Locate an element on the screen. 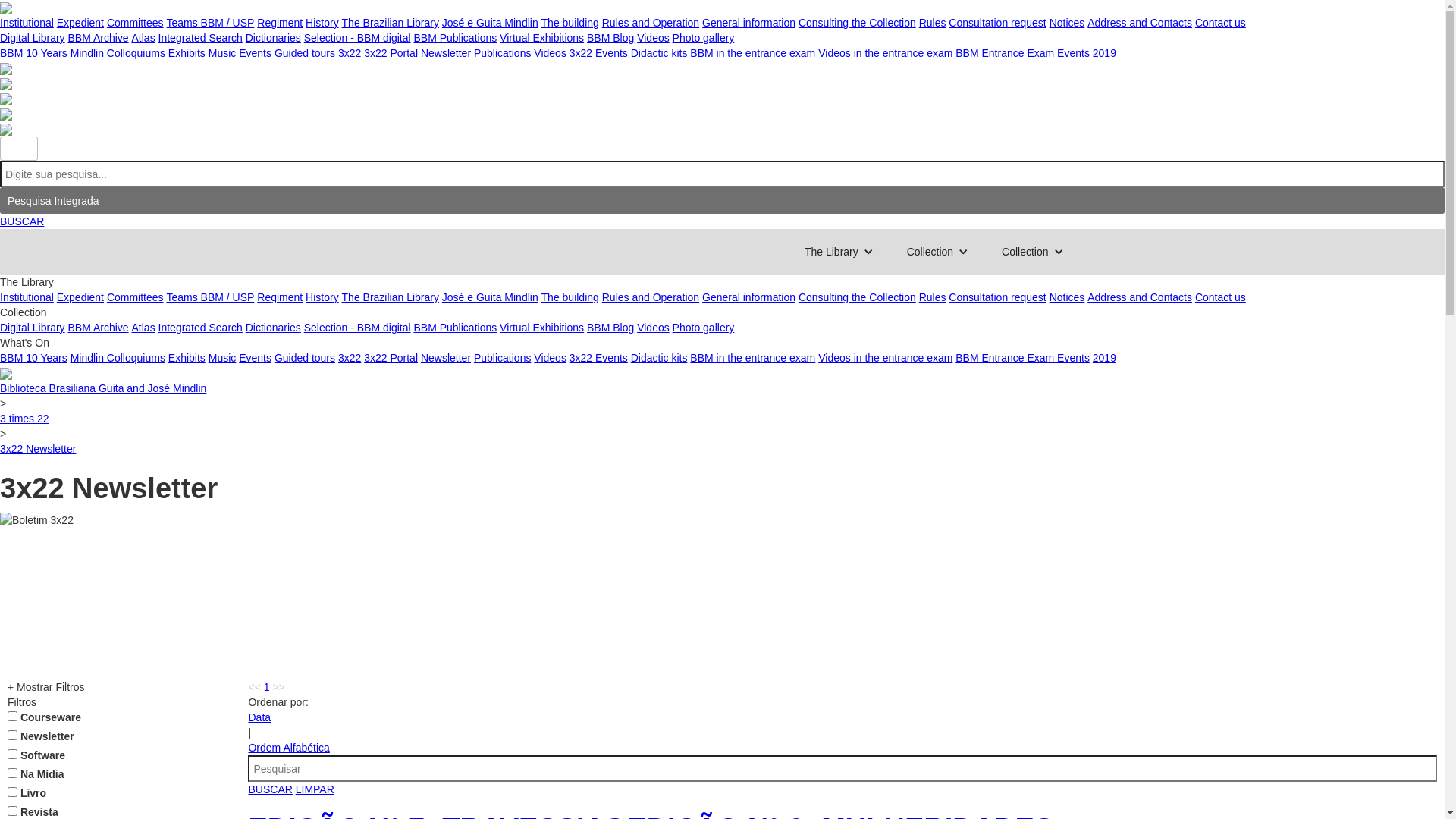  'Contact us' is located at coordinates (1220, 23).